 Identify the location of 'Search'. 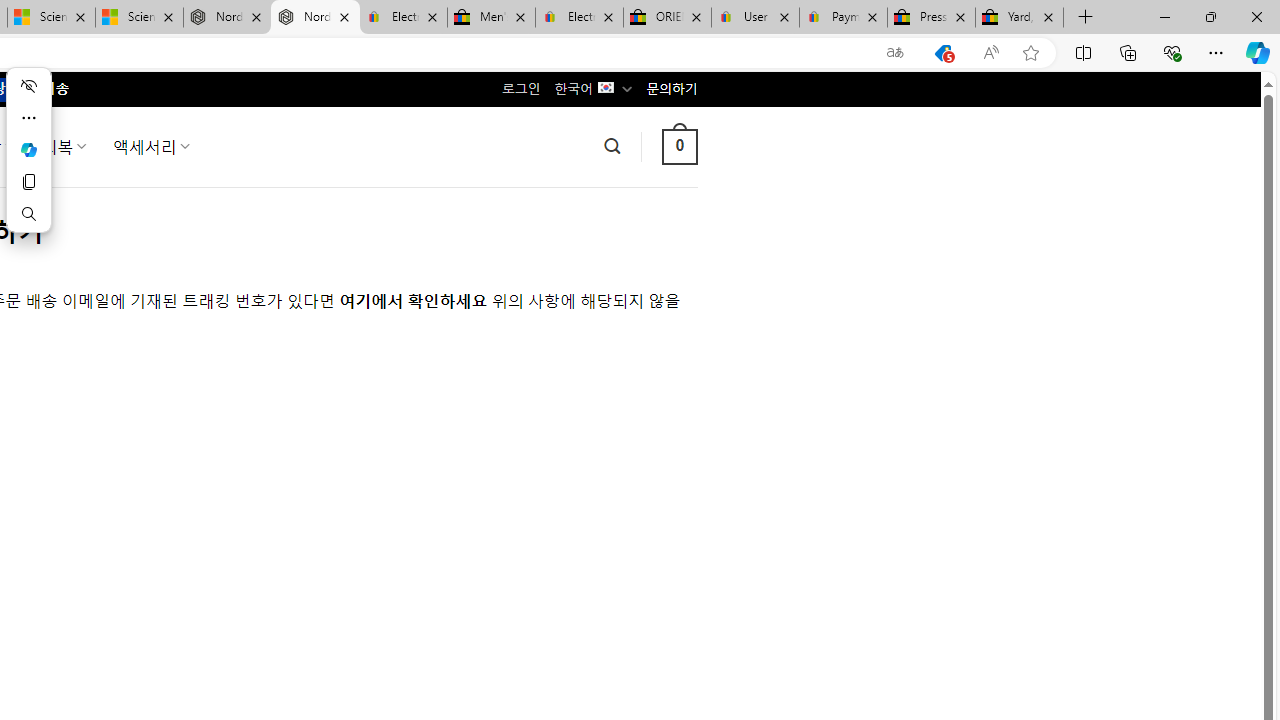
(28, 213).